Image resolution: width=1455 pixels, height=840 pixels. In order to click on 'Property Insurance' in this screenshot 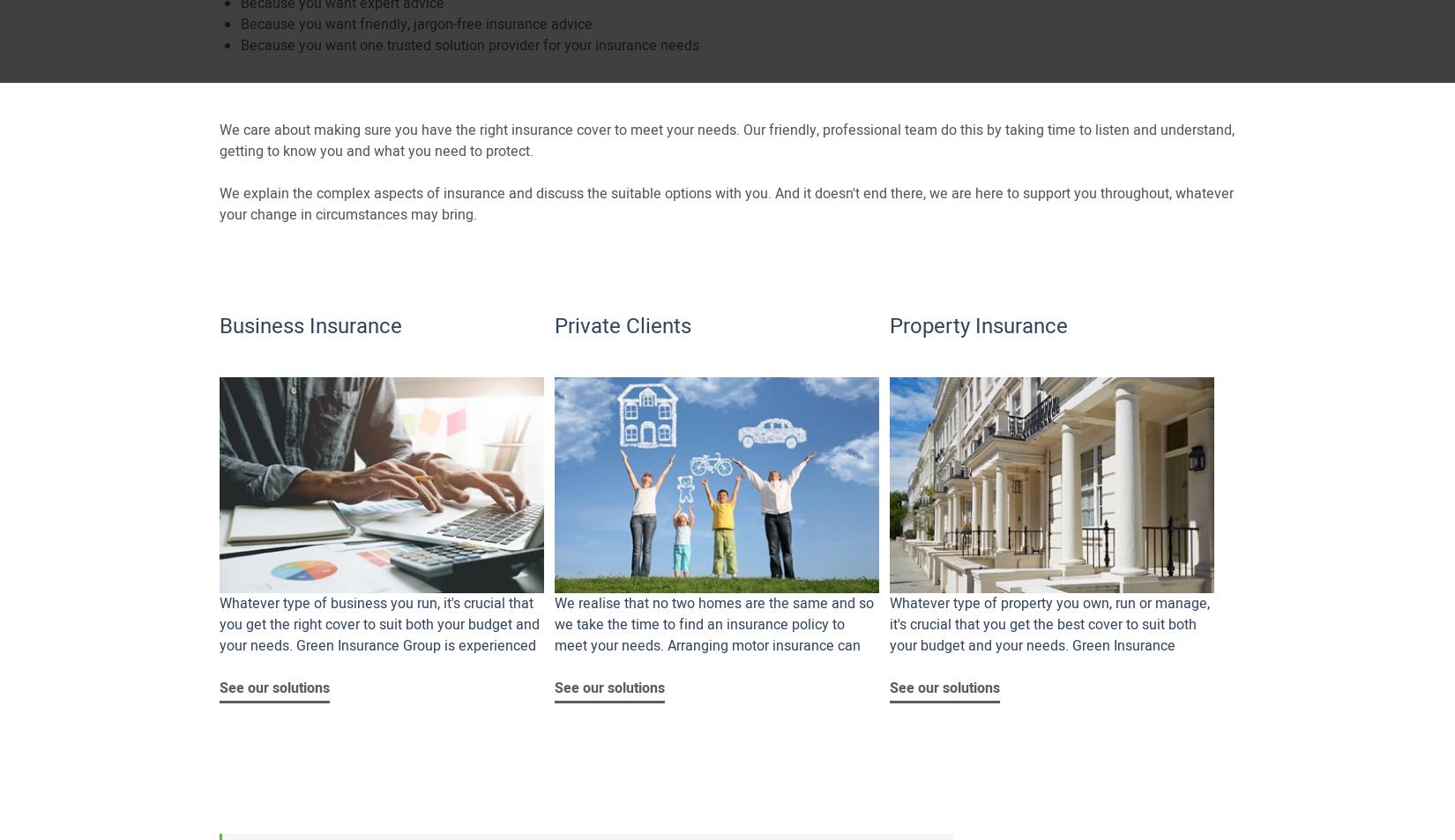, I will do `click(978, 325)`.